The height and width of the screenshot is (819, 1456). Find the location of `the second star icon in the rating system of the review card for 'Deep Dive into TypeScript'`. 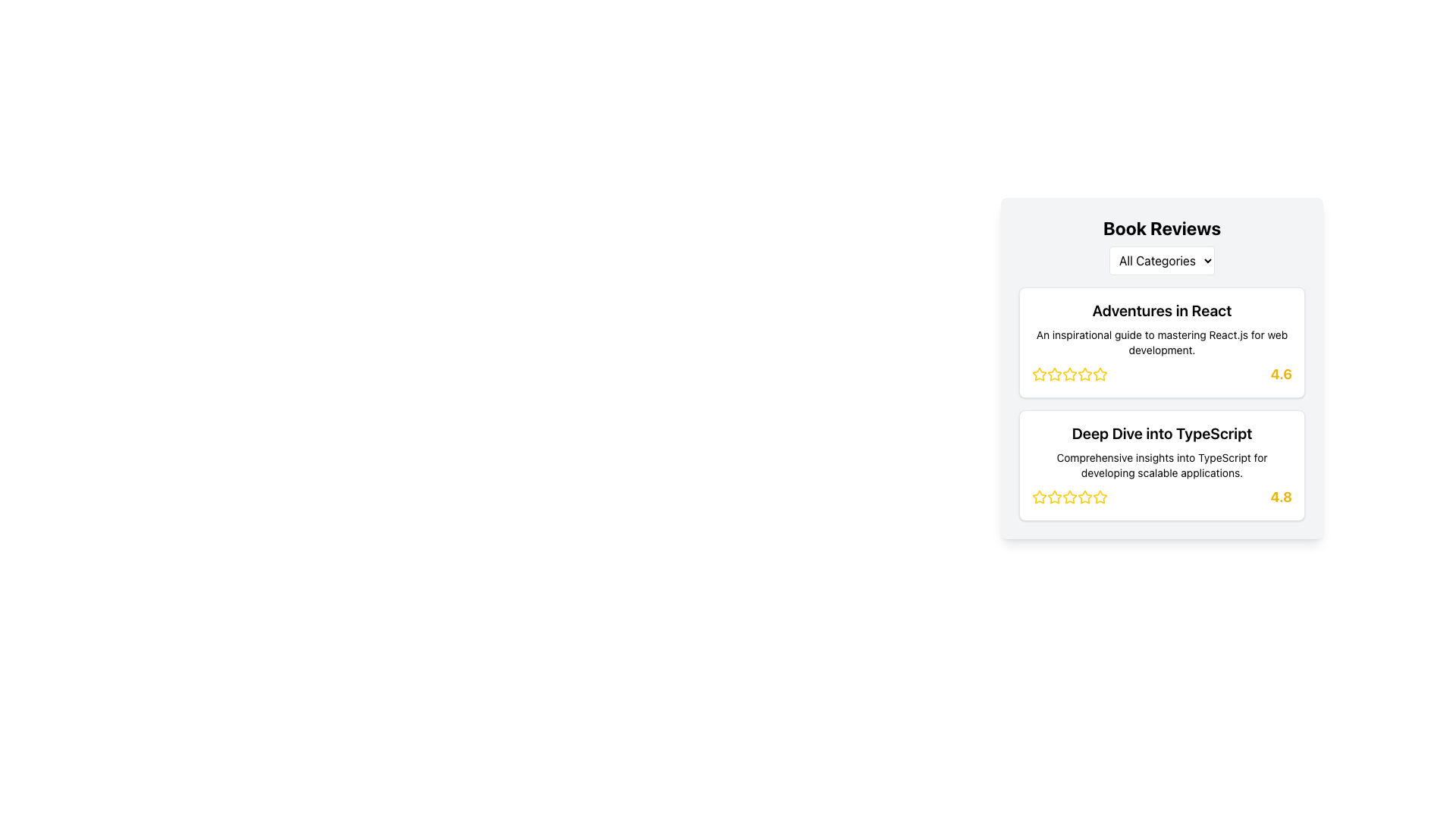

the second star icon in the rating system of the review card for 'Deep Dive into TypeScript' is located at coordinates (1054, 497).